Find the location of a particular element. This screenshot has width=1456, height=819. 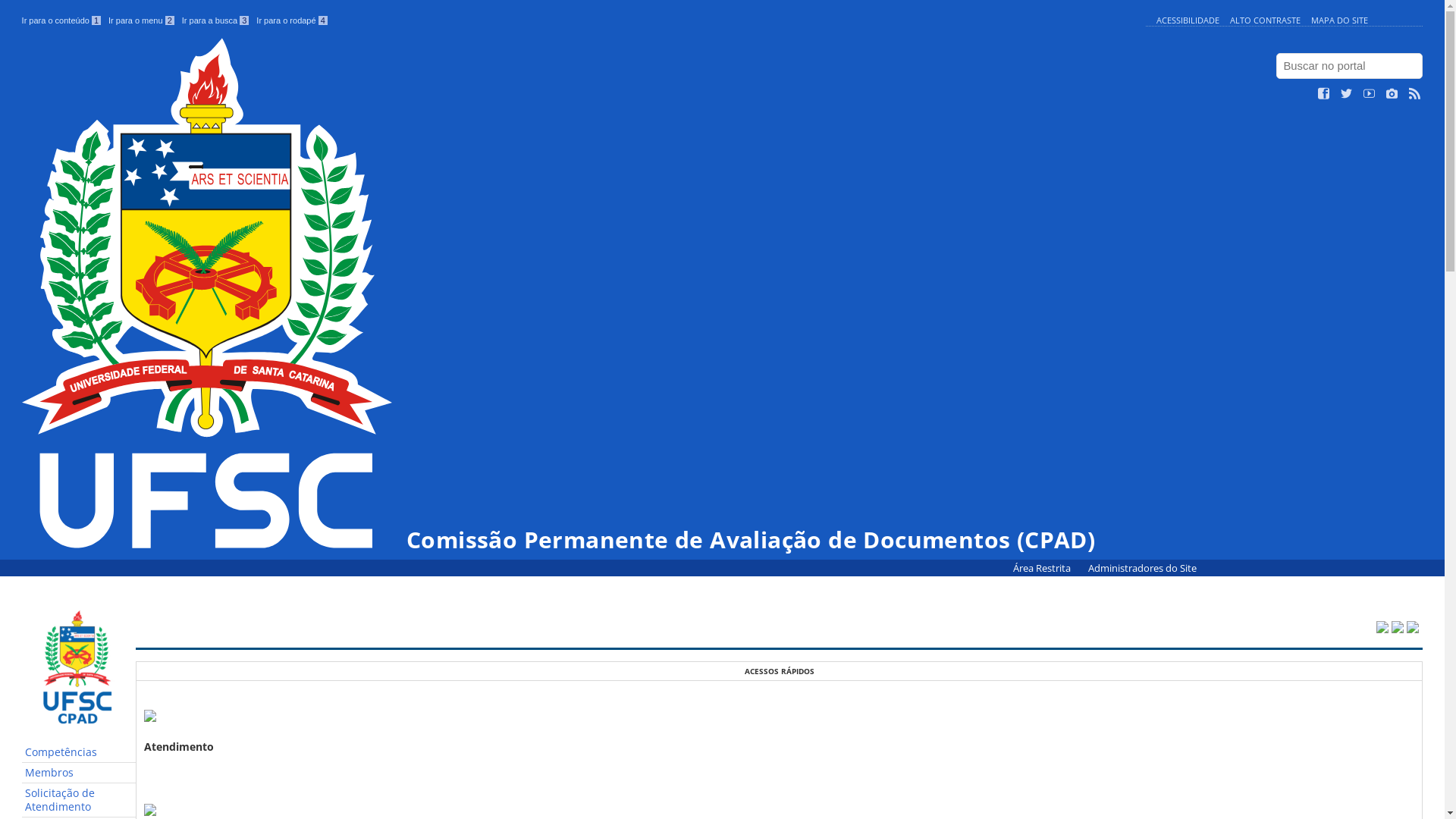

'Curta no Facebook' is located at coordinates (1323, 93).